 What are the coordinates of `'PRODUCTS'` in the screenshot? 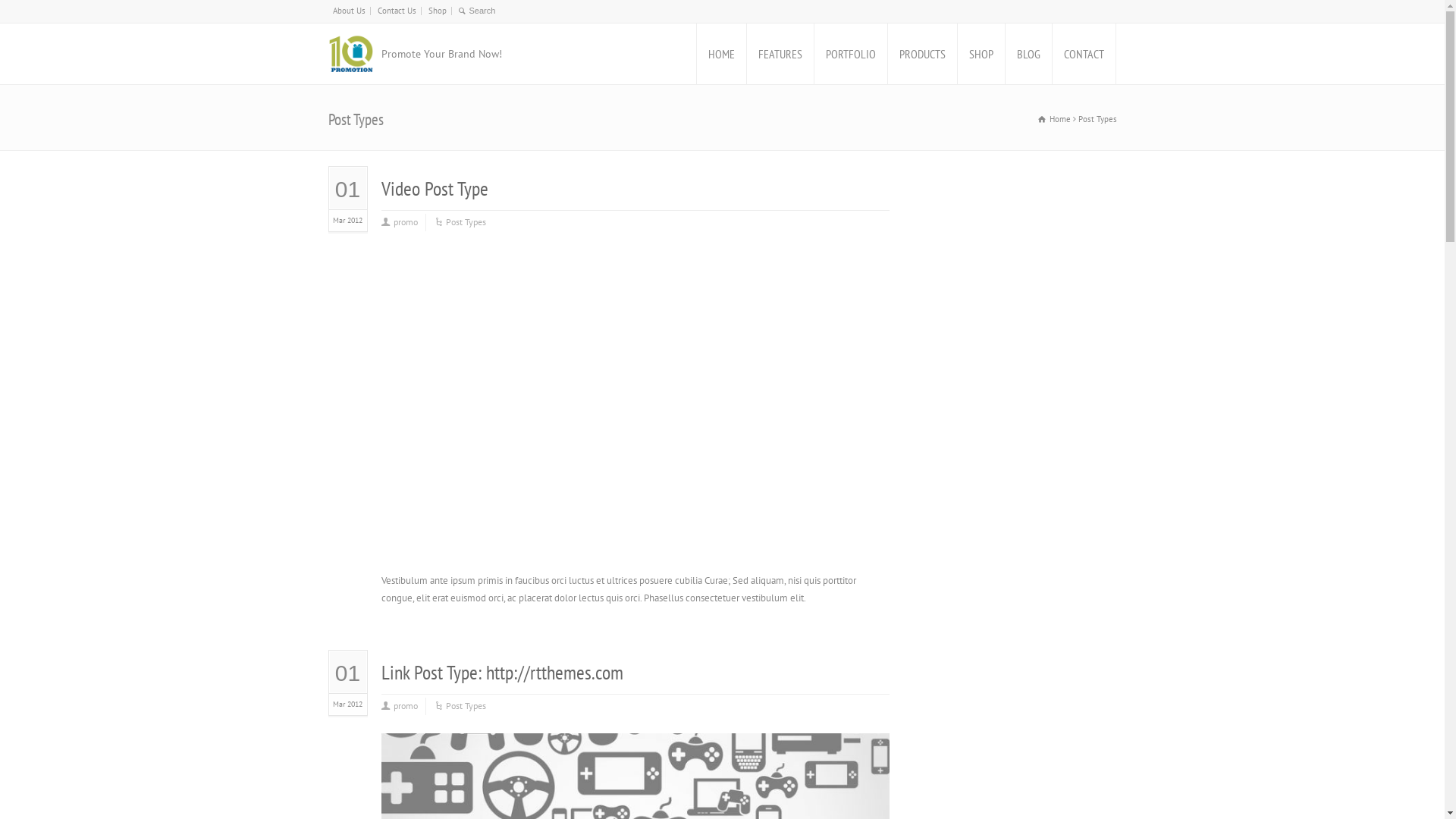 It's located at (921, 52).